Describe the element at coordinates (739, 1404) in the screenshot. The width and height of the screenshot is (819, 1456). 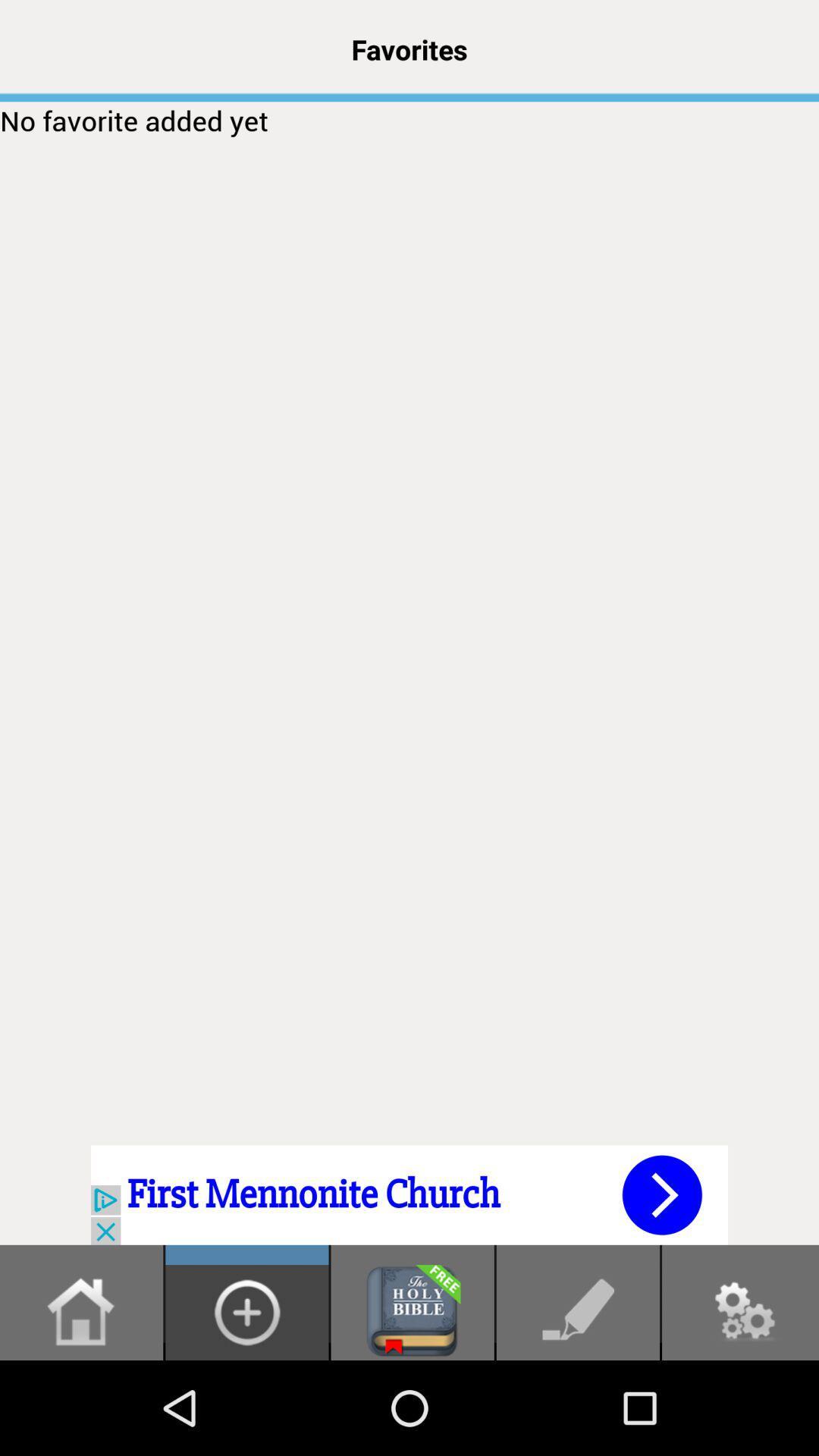
I see `the settings icon` at that location.